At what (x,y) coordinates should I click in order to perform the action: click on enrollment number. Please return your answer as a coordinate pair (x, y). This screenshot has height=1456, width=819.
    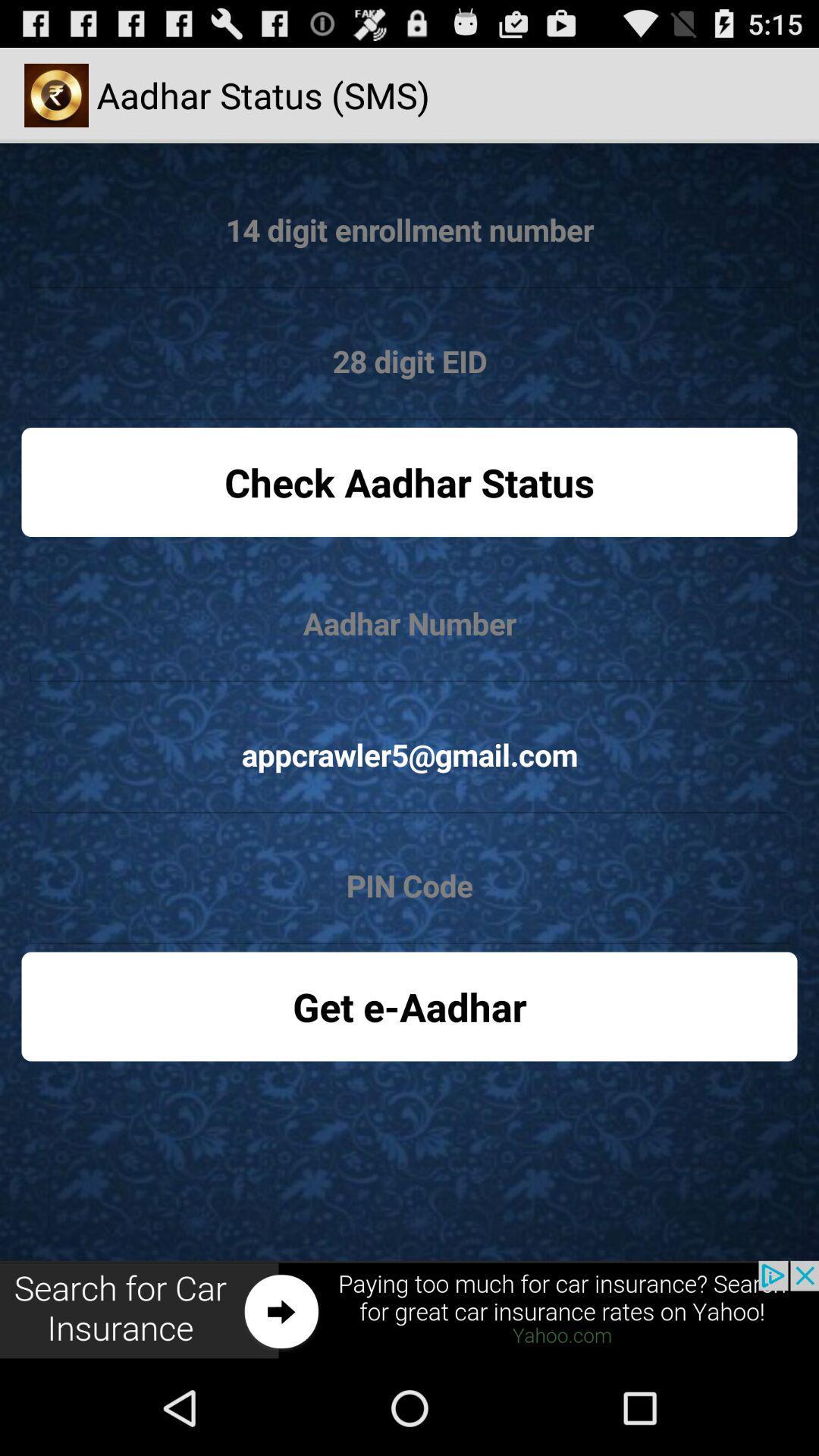
    Looking at the image, I should click on (409, 230).